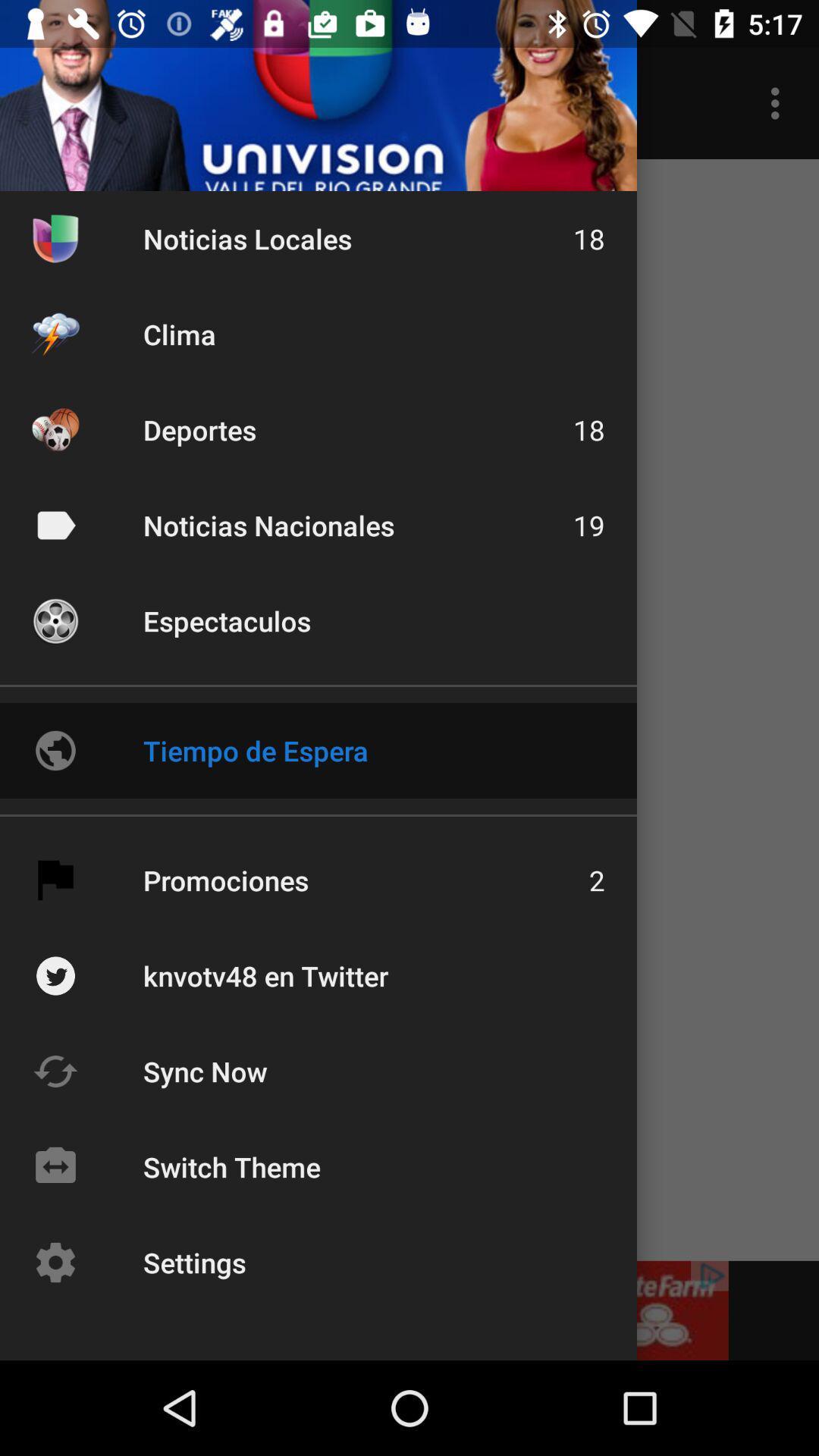 The width and height of the screenshot is (819, 1456). What do you see at coordinates (55, 1166) in the screenshot?
I see `the icon beside switch theme` at bounding box center [55, 1166].